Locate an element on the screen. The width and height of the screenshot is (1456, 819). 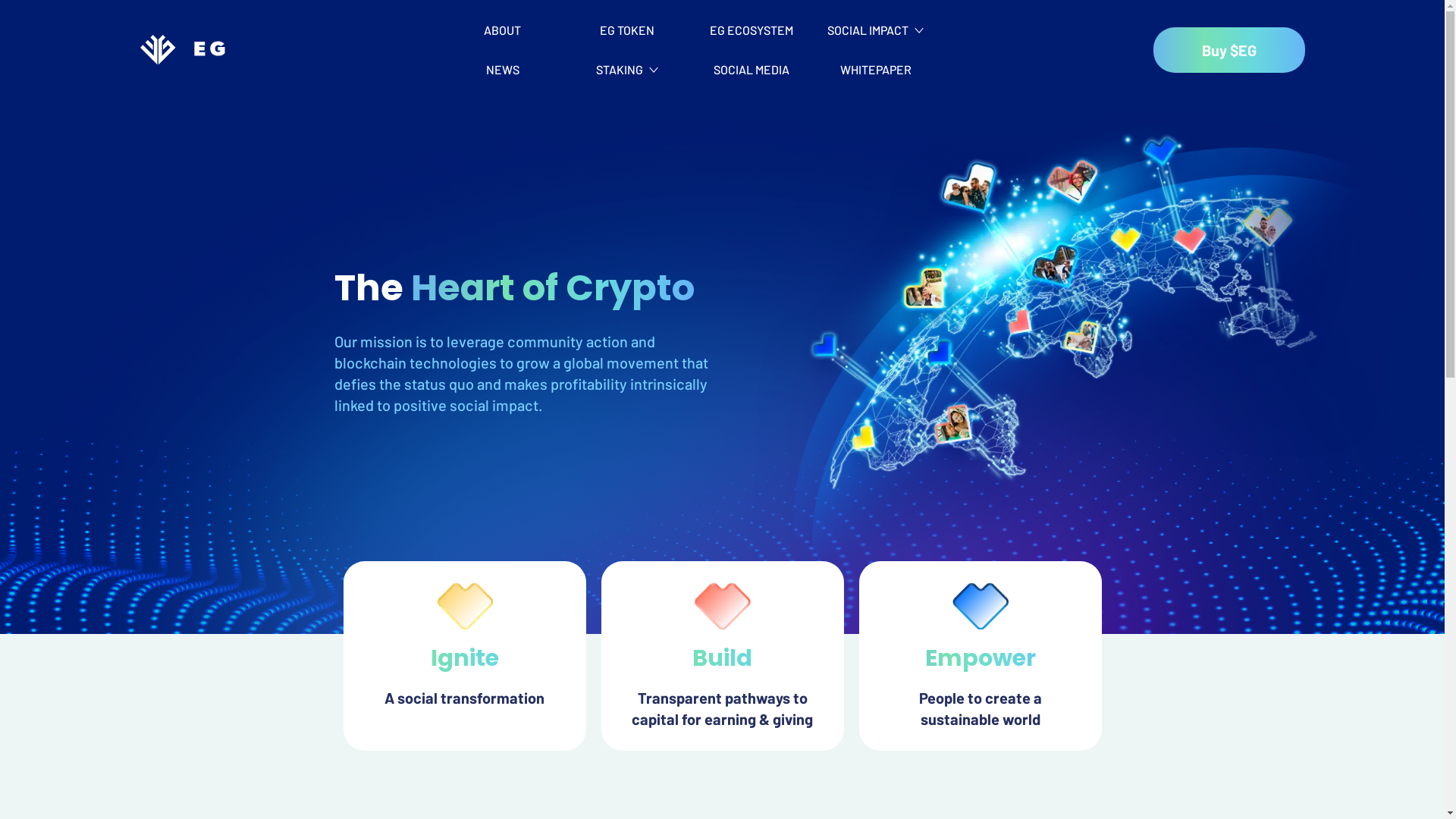
'EG TOKEN' is located at coordinates (564, 30).